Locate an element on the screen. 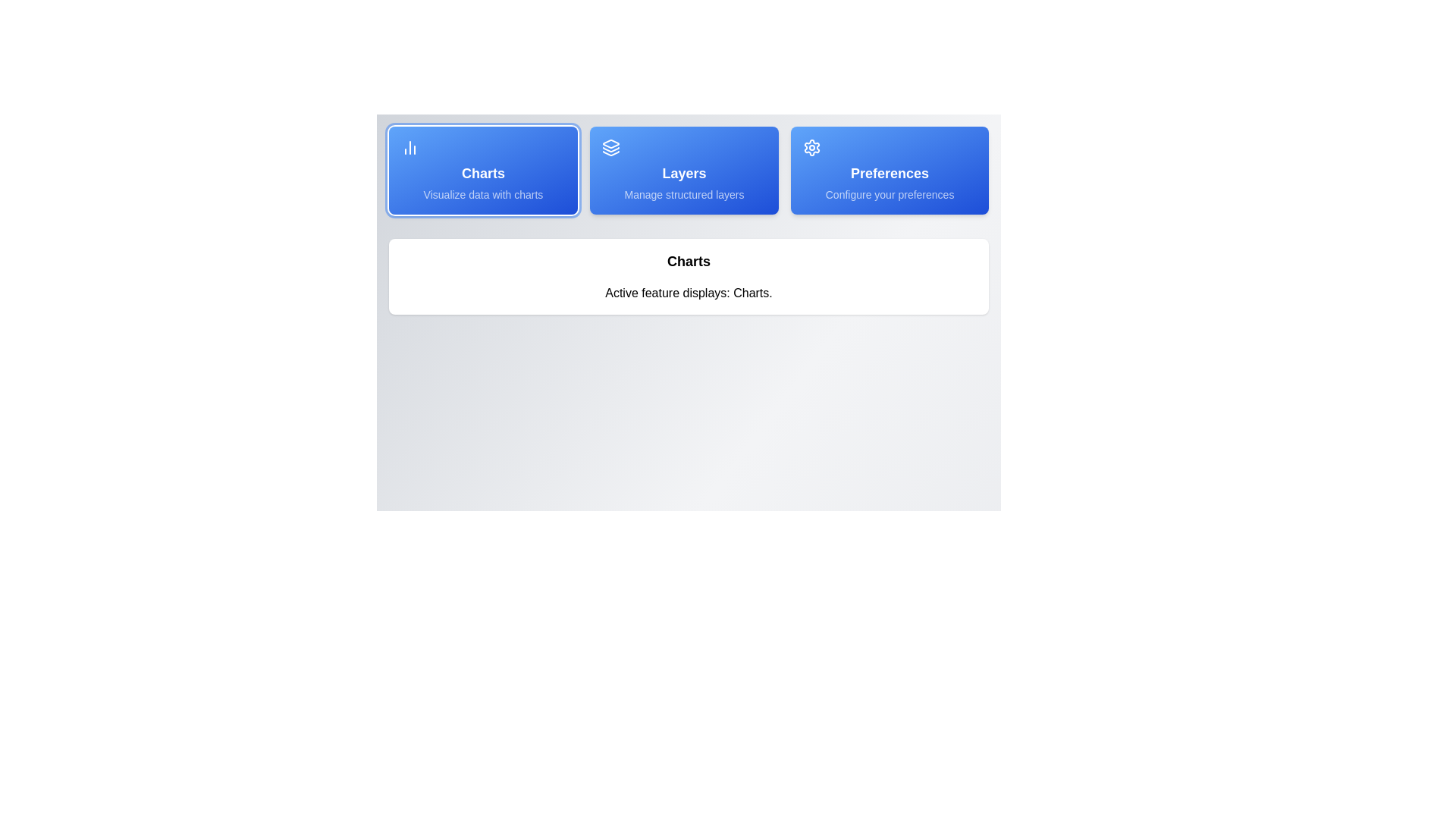  the heading text display that categorizes the section above 'Active feature displays: Charts.' is located at coordinates (688, 260).